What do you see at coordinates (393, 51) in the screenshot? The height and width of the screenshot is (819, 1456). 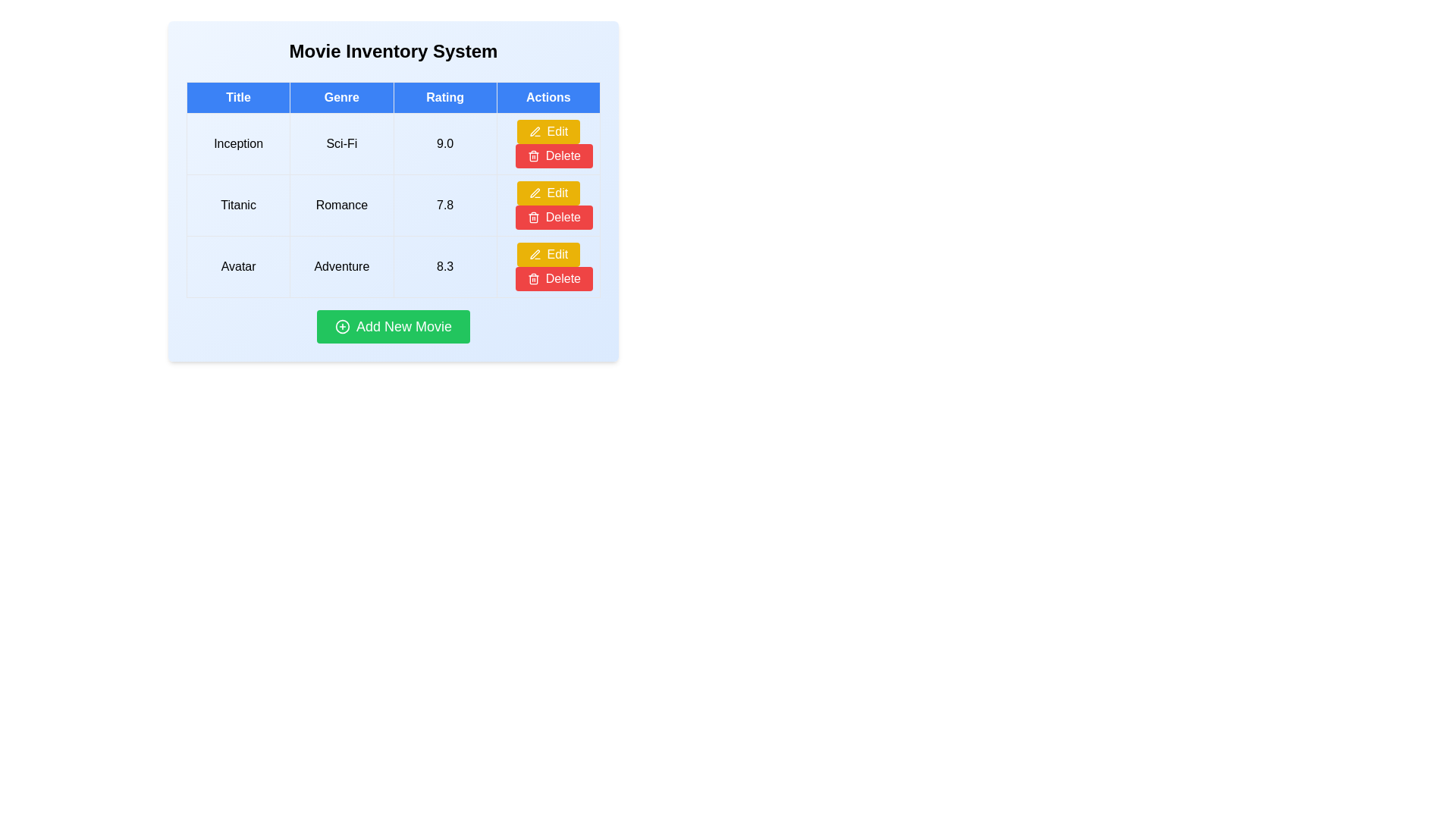 I see `the Header/Text component that indicates the purpose of the interface, located above the movie-related data table, to observe any dynamic effects` at bounding box center [393, 51].